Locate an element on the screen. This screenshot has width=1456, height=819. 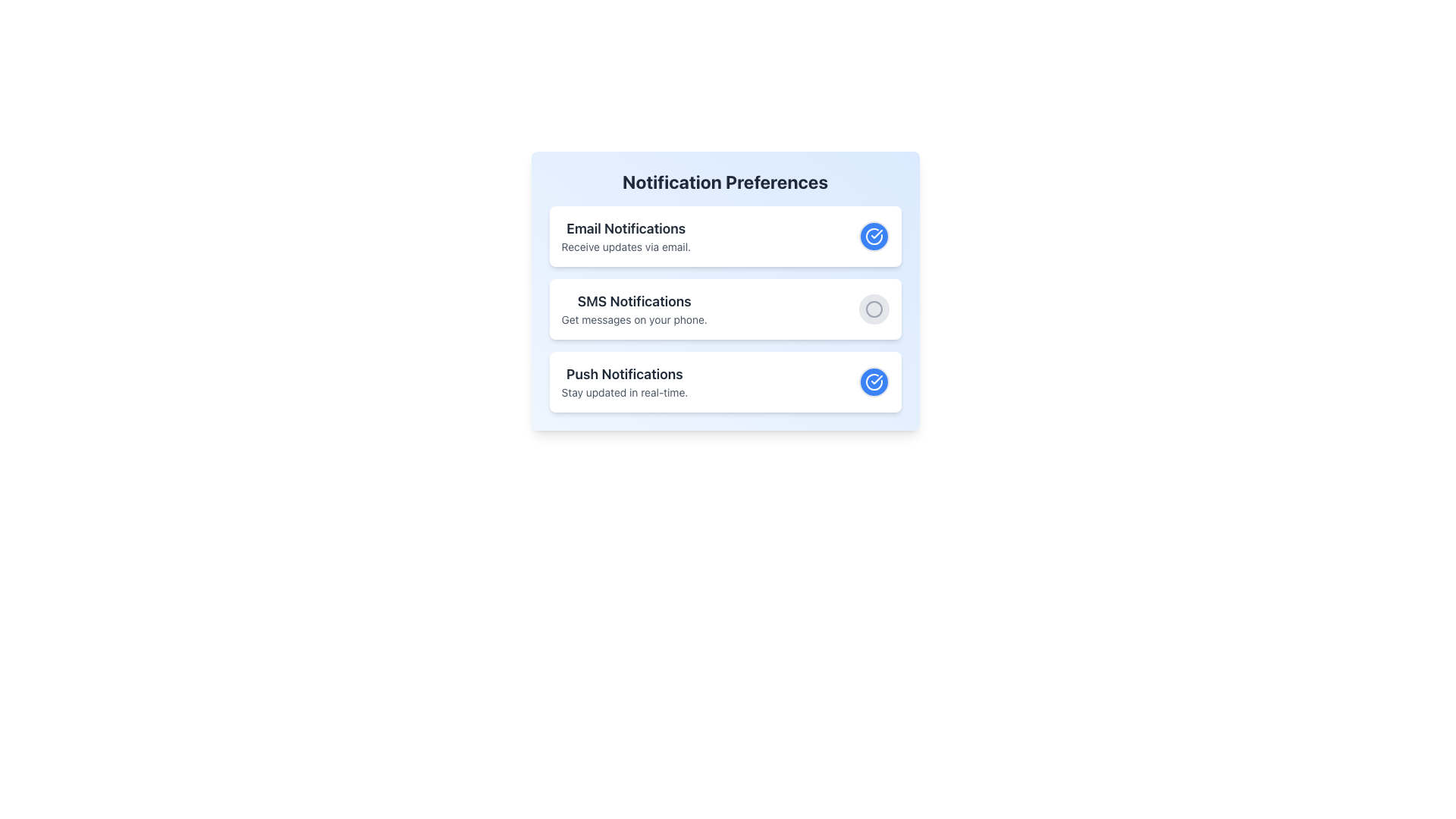
text of the 'Push Notifications' label, which is styled in bold and serves as a heading within the Notification Preferences section is located at coordinates (624, 374).